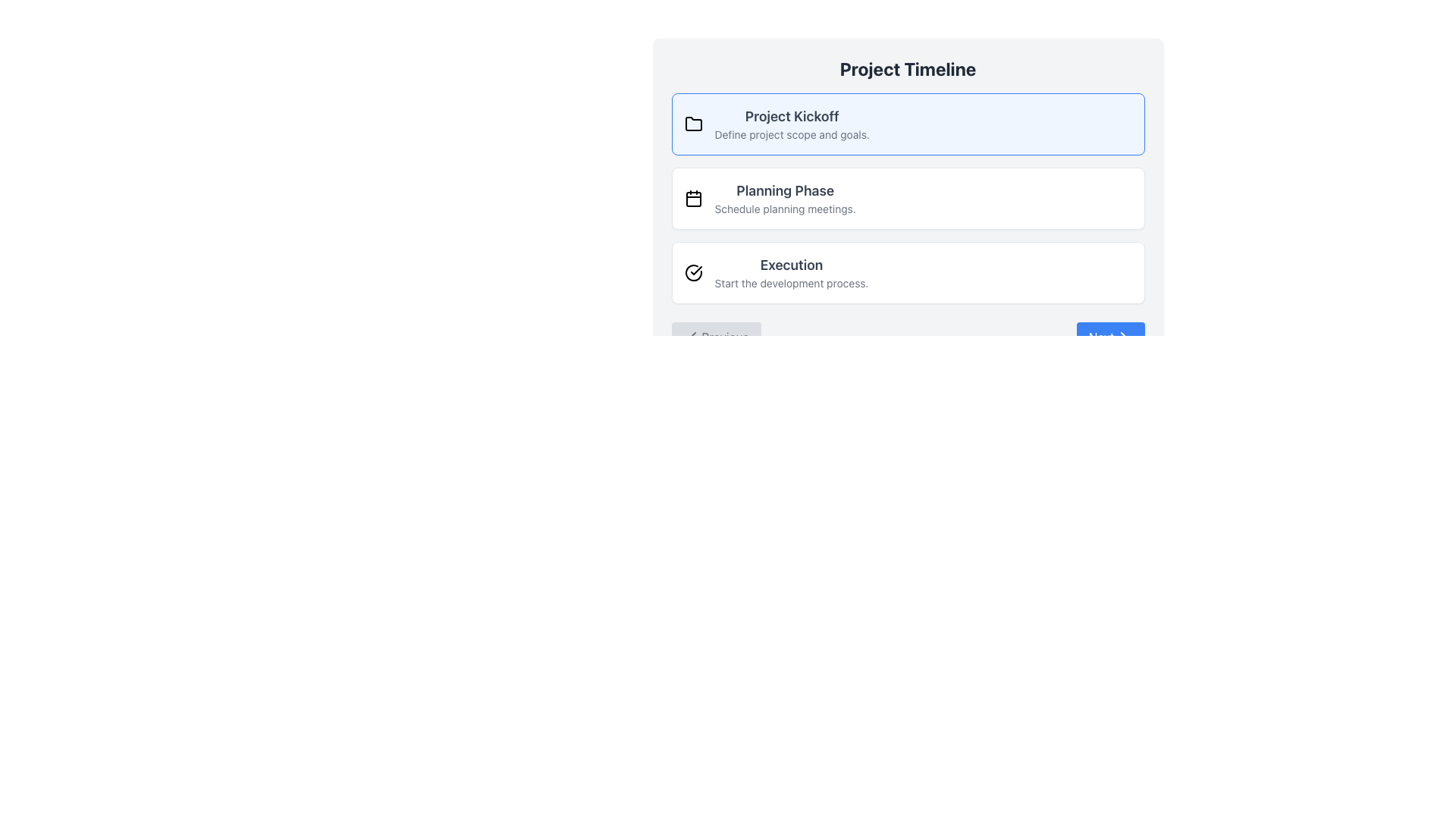 The width and height of the screenshot is (1456, 819). Describe the element at coordinates (695, 270) in the screenshot. I see `the checkmark icon that indicates the status or type of the Execution phase within the Project Timeline` at that location.